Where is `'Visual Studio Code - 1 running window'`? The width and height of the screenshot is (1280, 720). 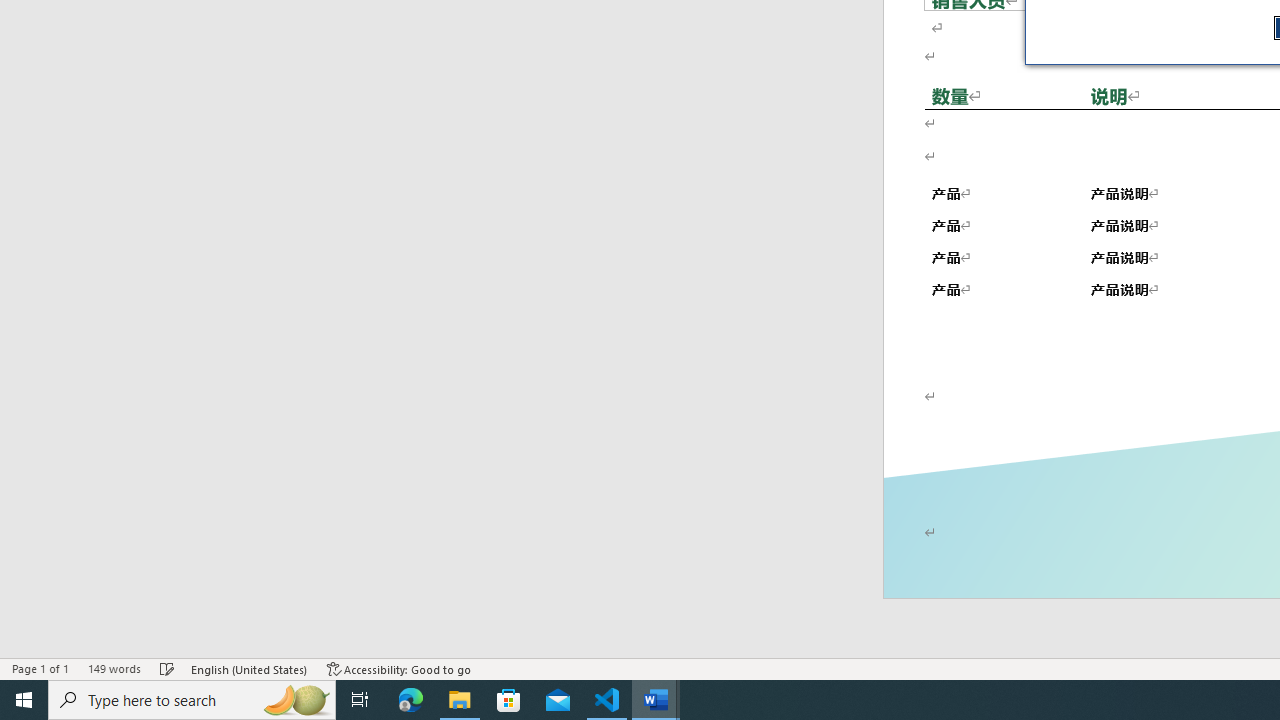
'Visual Studio Code - 1 running window' is located at coordinates (606, 698).